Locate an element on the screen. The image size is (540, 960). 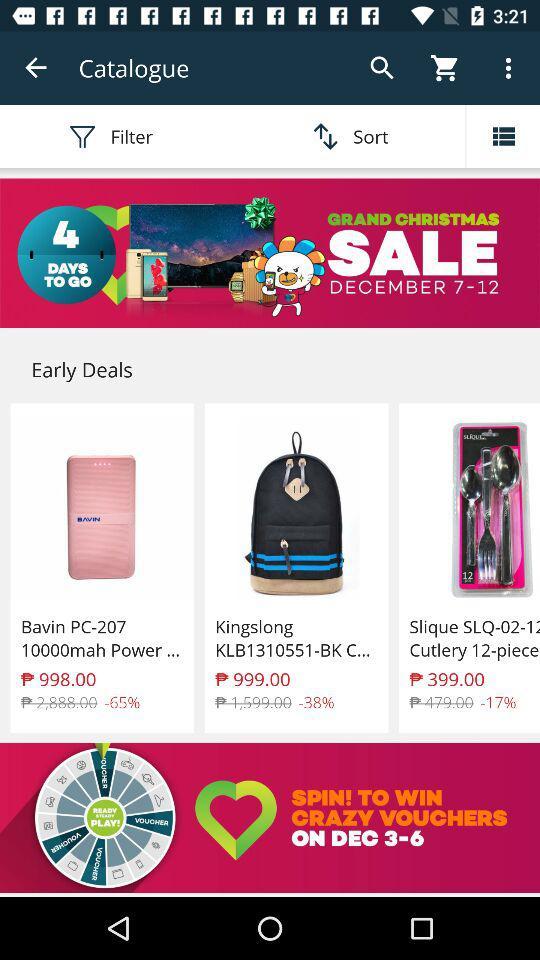
spin a wheel on lazada to earn a voucher is located at coordinates (270, 818).